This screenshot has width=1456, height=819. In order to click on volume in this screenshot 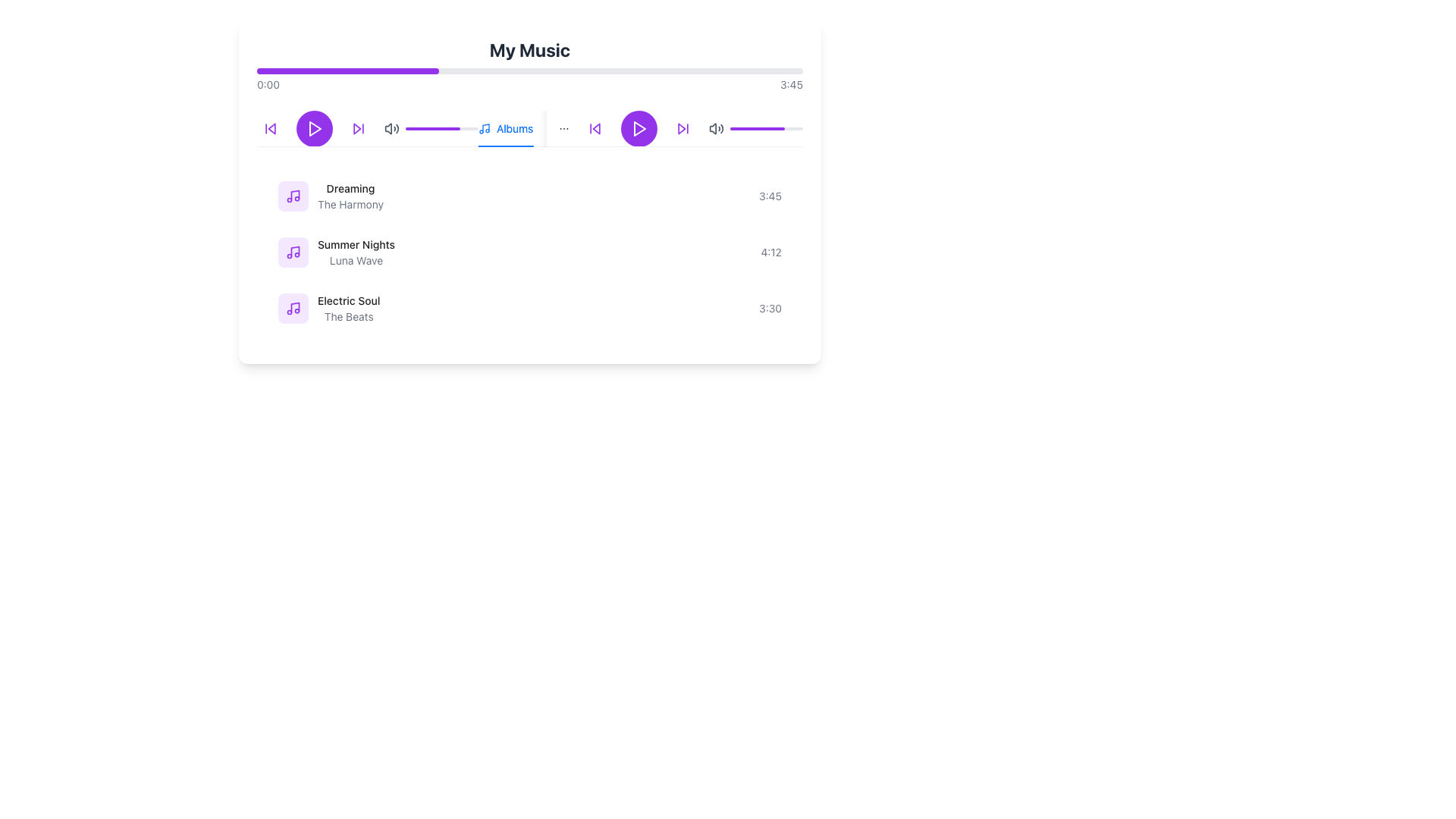, I will do `click(776, 127)`.